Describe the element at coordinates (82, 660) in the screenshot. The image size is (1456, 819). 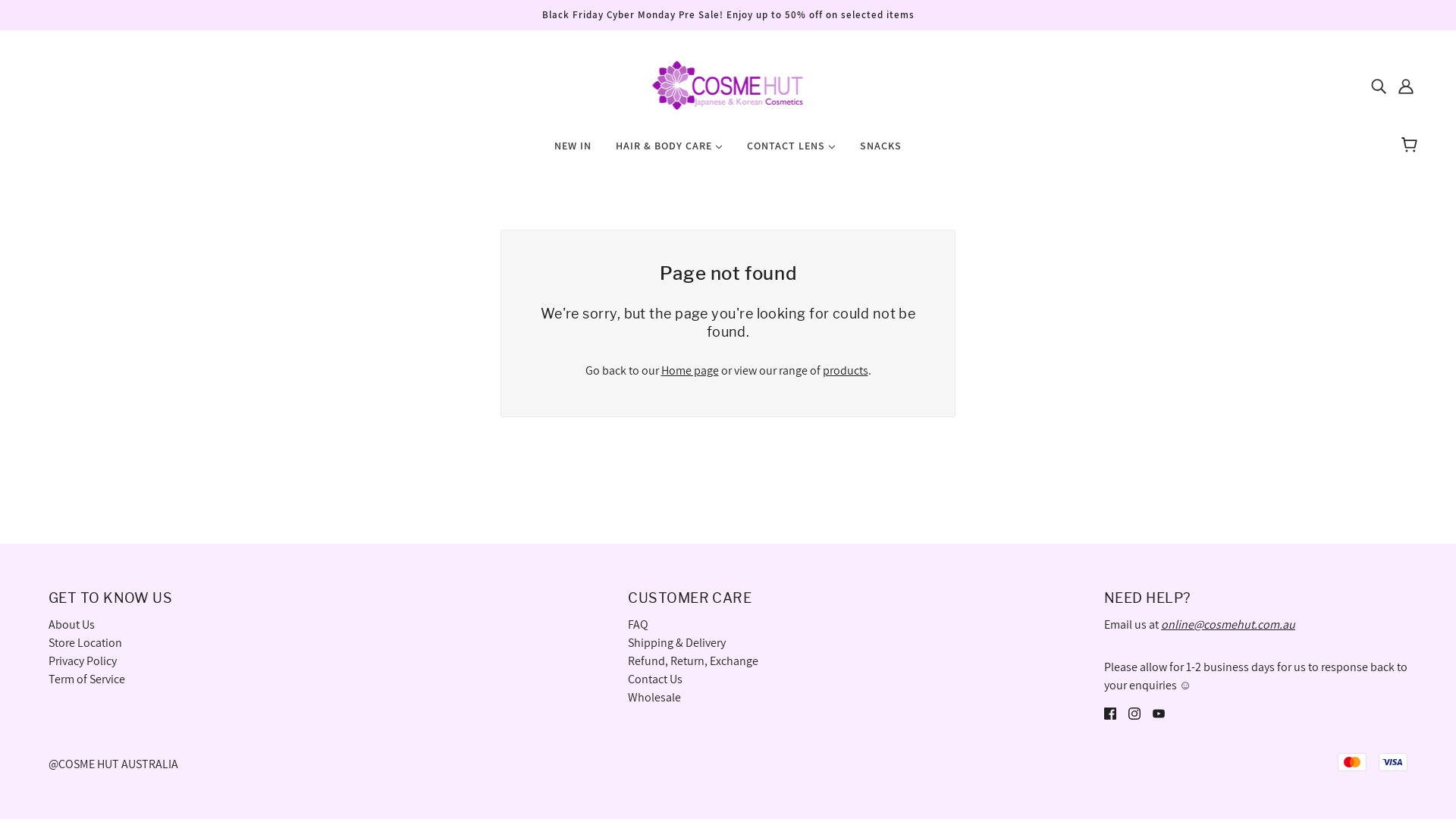
I see `'Privacy Policy'` at that location.